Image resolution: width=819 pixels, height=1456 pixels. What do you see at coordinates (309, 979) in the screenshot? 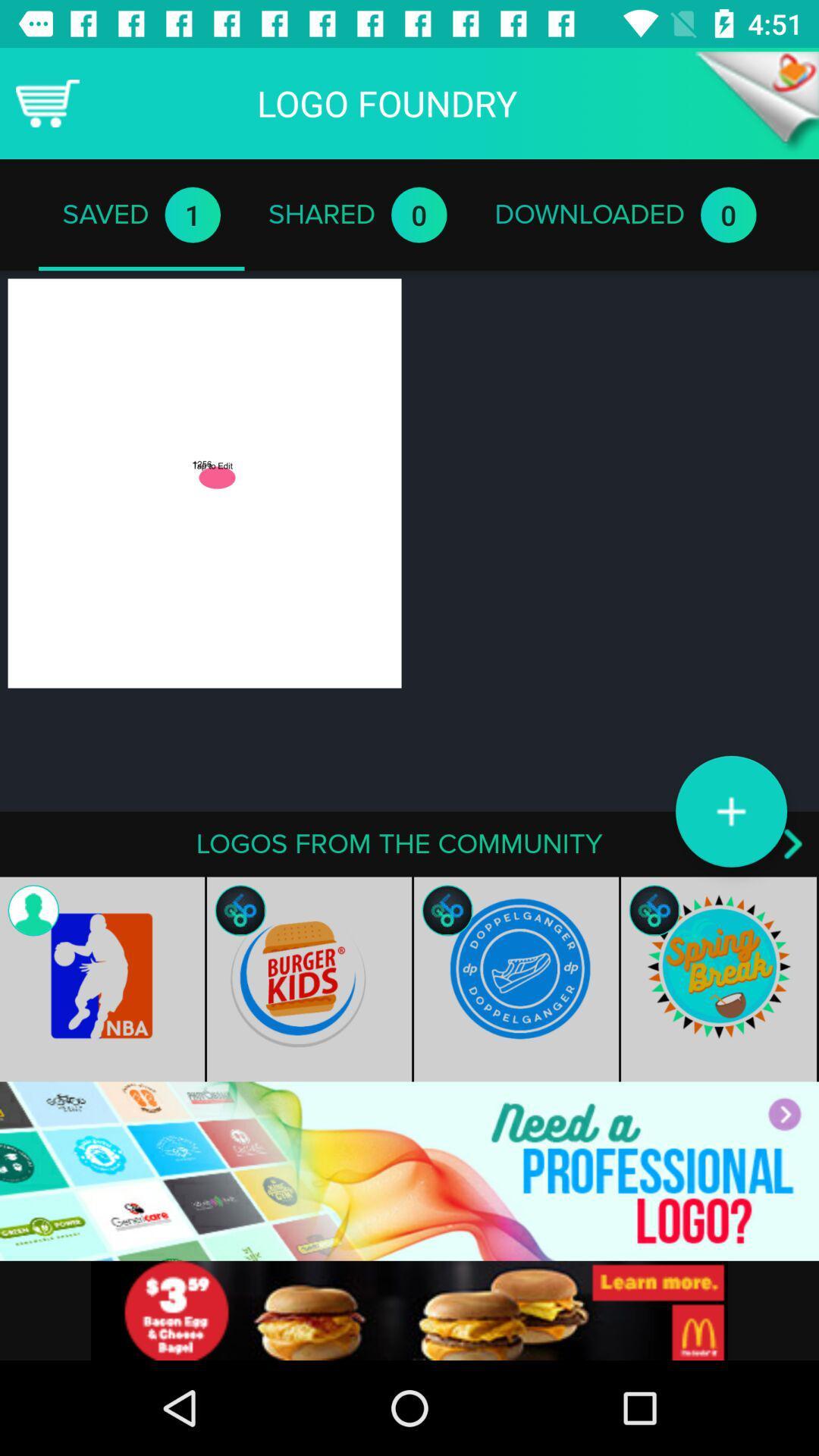
I see `the image burger kids` at bounding box center [309, 979].